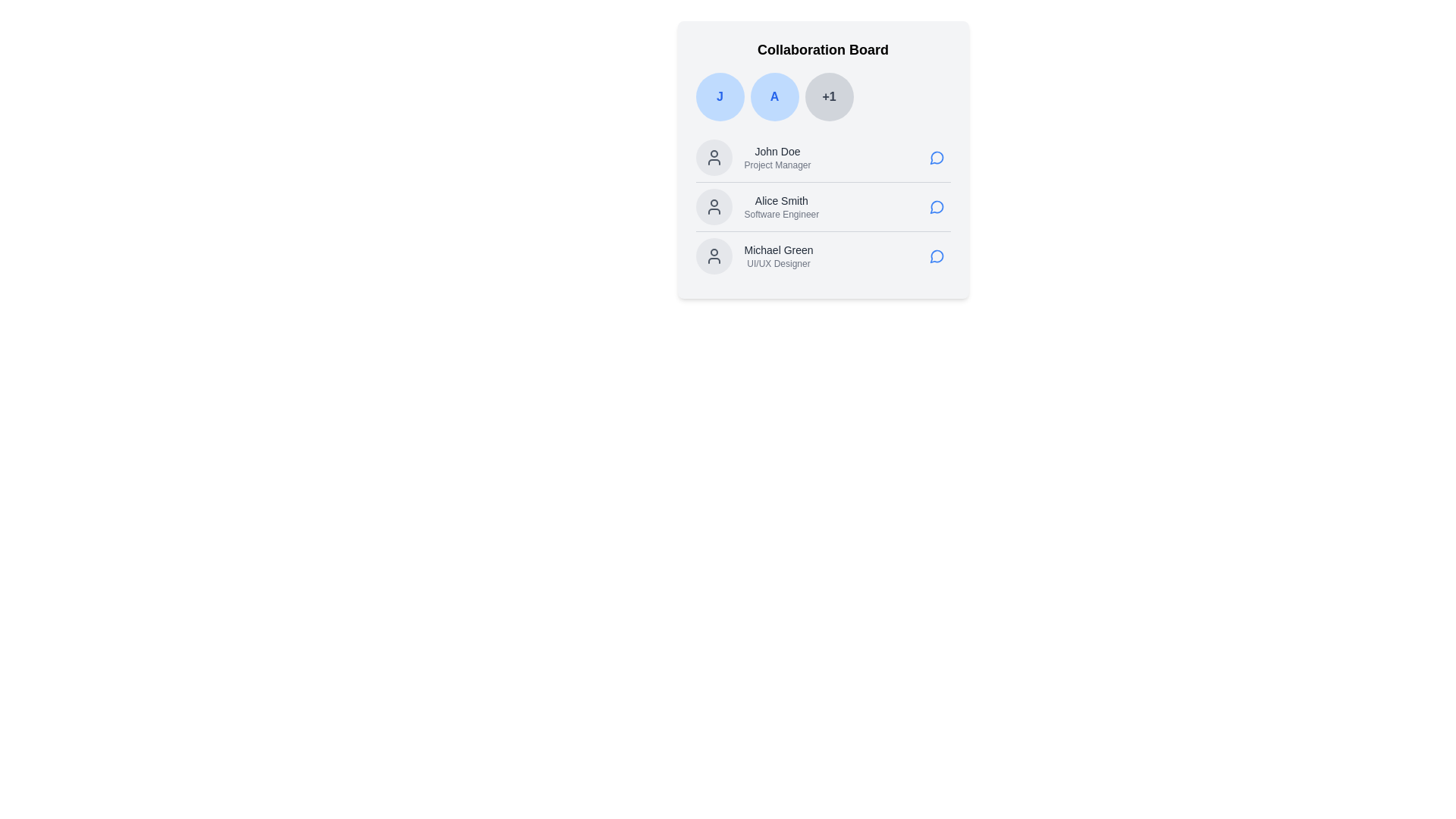  Describe the element at coordinates (779, 249) in the screenshot. I see `the text label displaying the name 'Michael Green' in the Collaboration Board section, which is located in the third row of the list` at that location.